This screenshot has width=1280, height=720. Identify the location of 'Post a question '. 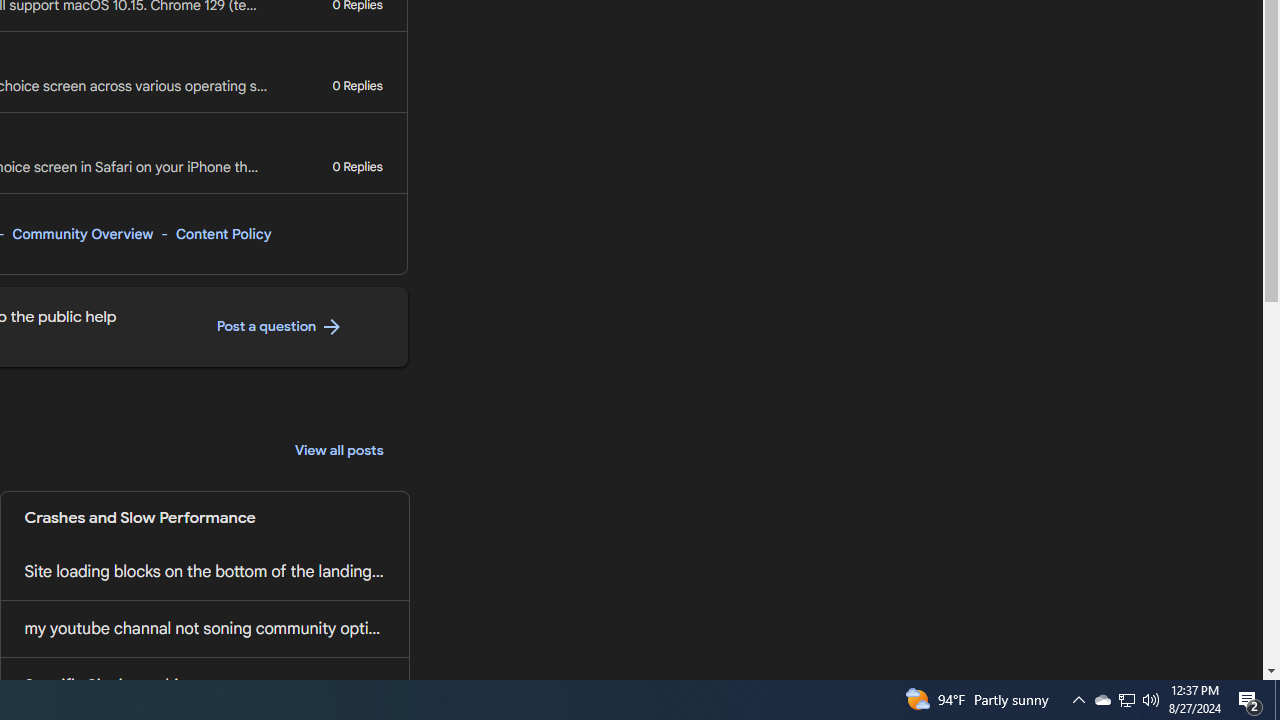
(279, 326).